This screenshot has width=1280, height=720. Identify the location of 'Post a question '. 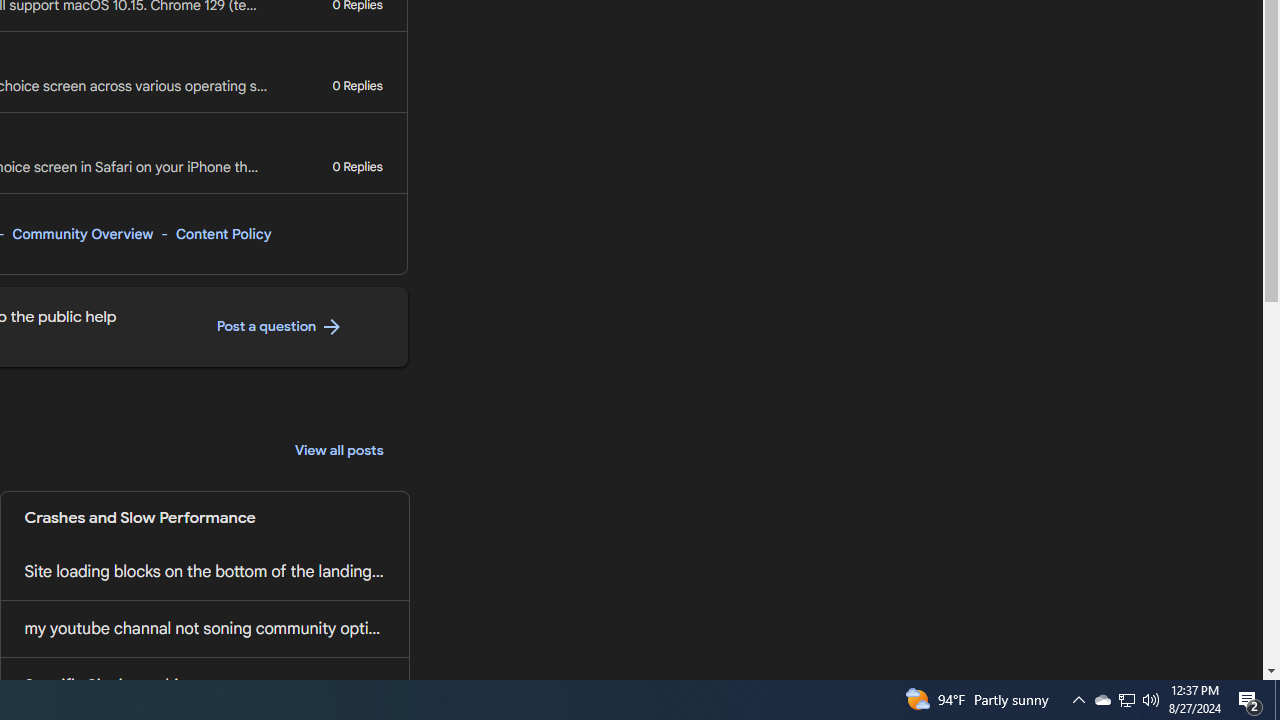
(279, 326).